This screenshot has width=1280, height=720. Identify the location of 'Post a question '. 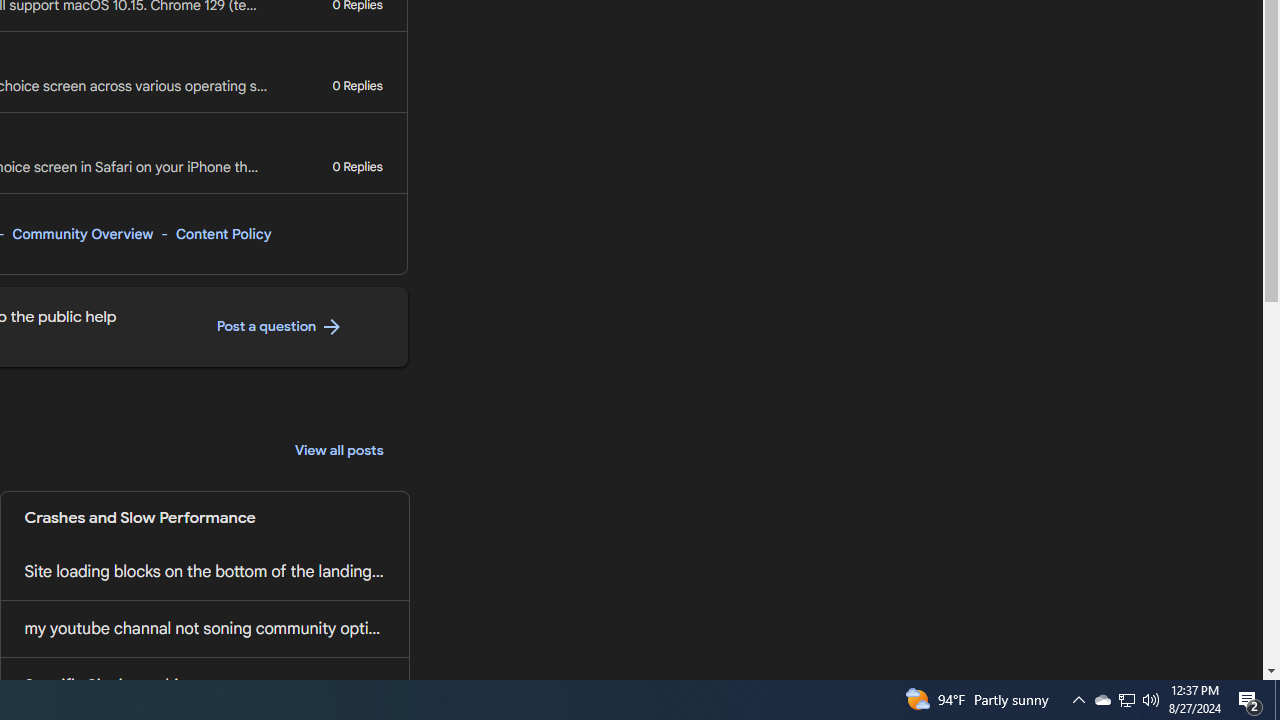
(279, 326).